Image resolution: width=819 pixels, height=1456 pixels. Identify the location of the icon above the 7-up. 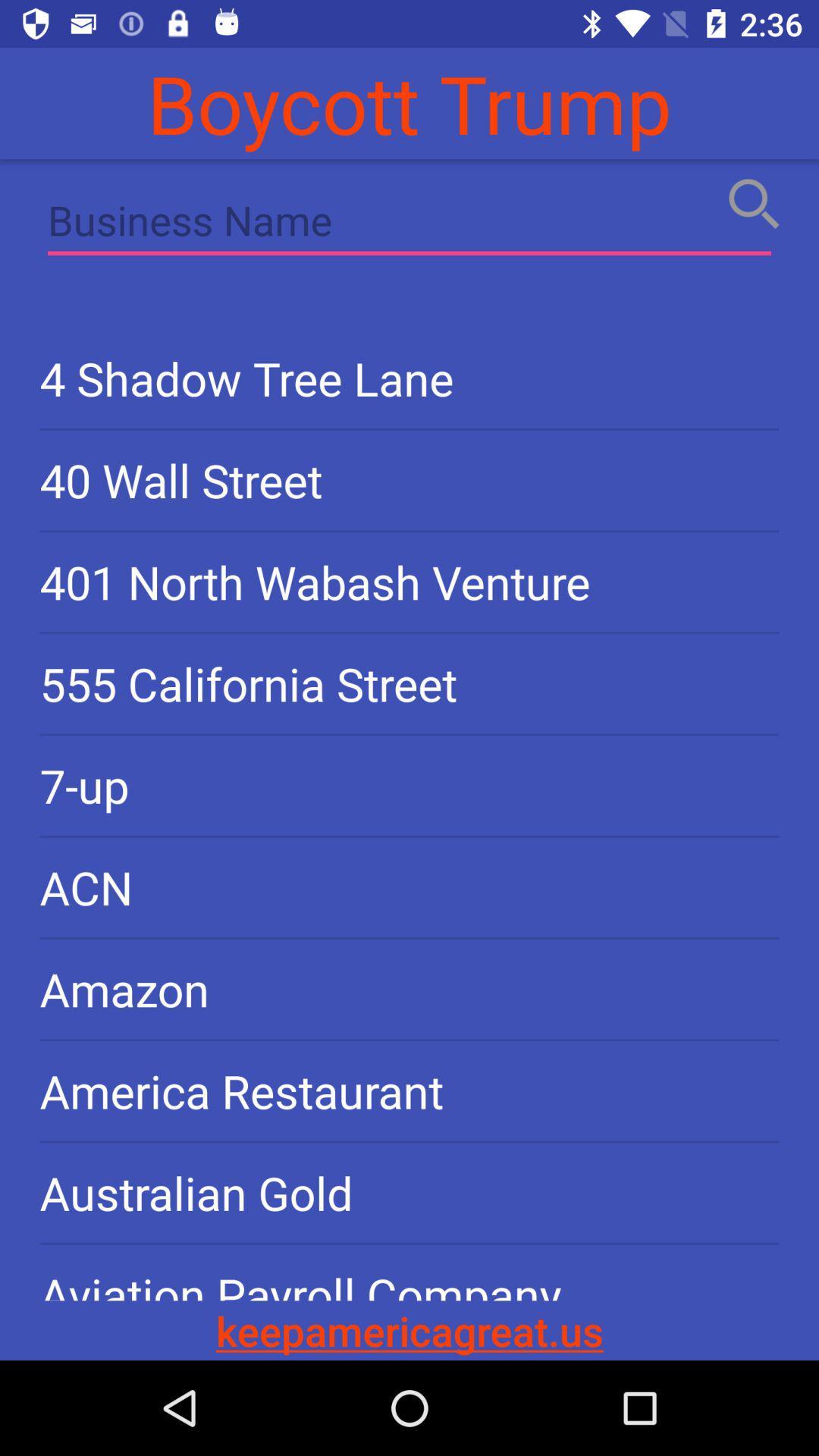
(409, 682).